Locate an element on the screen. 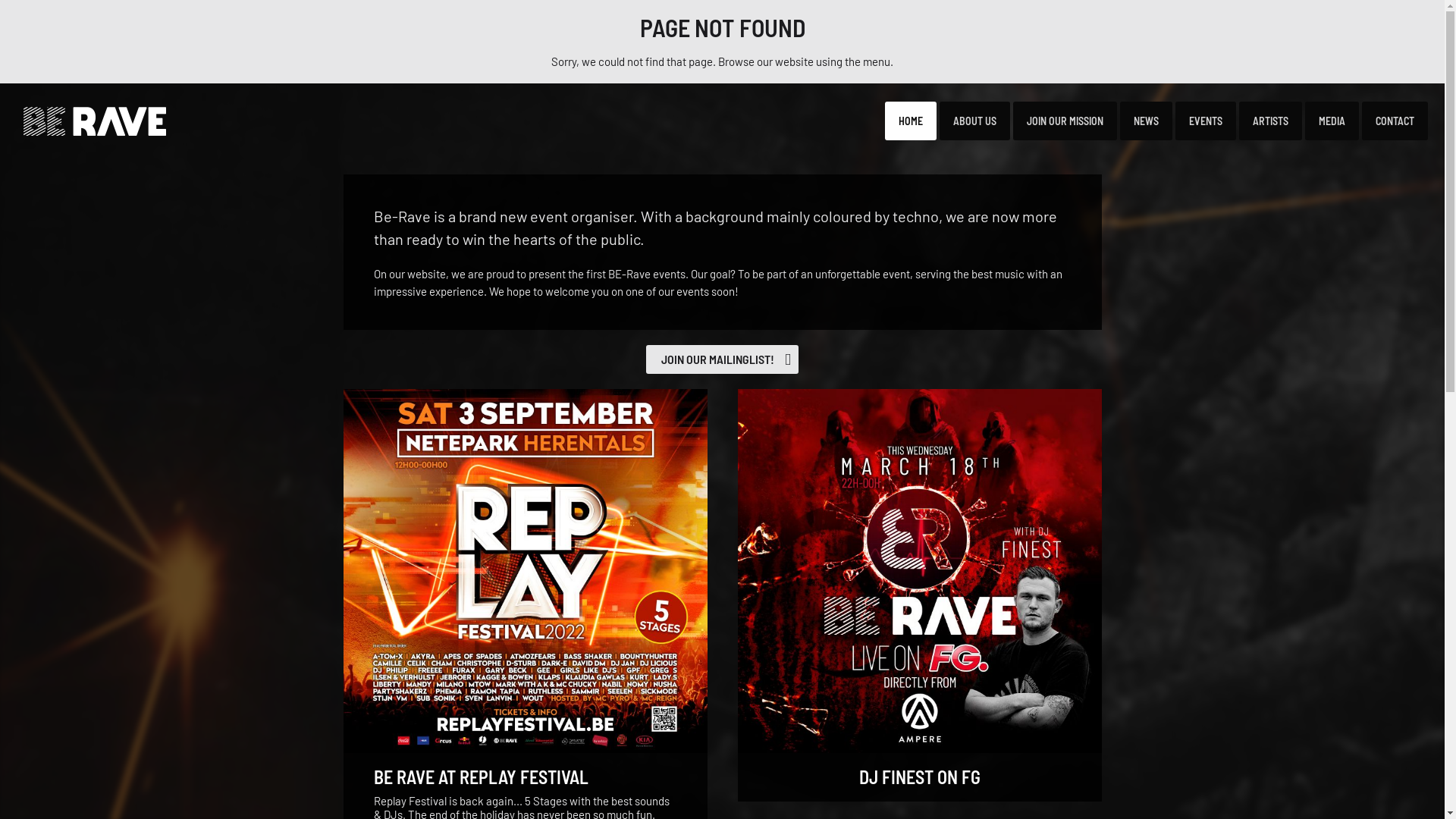 The height and width of the screenshot is (819, 1456). 'ARTISTS' is located at coordinates (1270, 120).